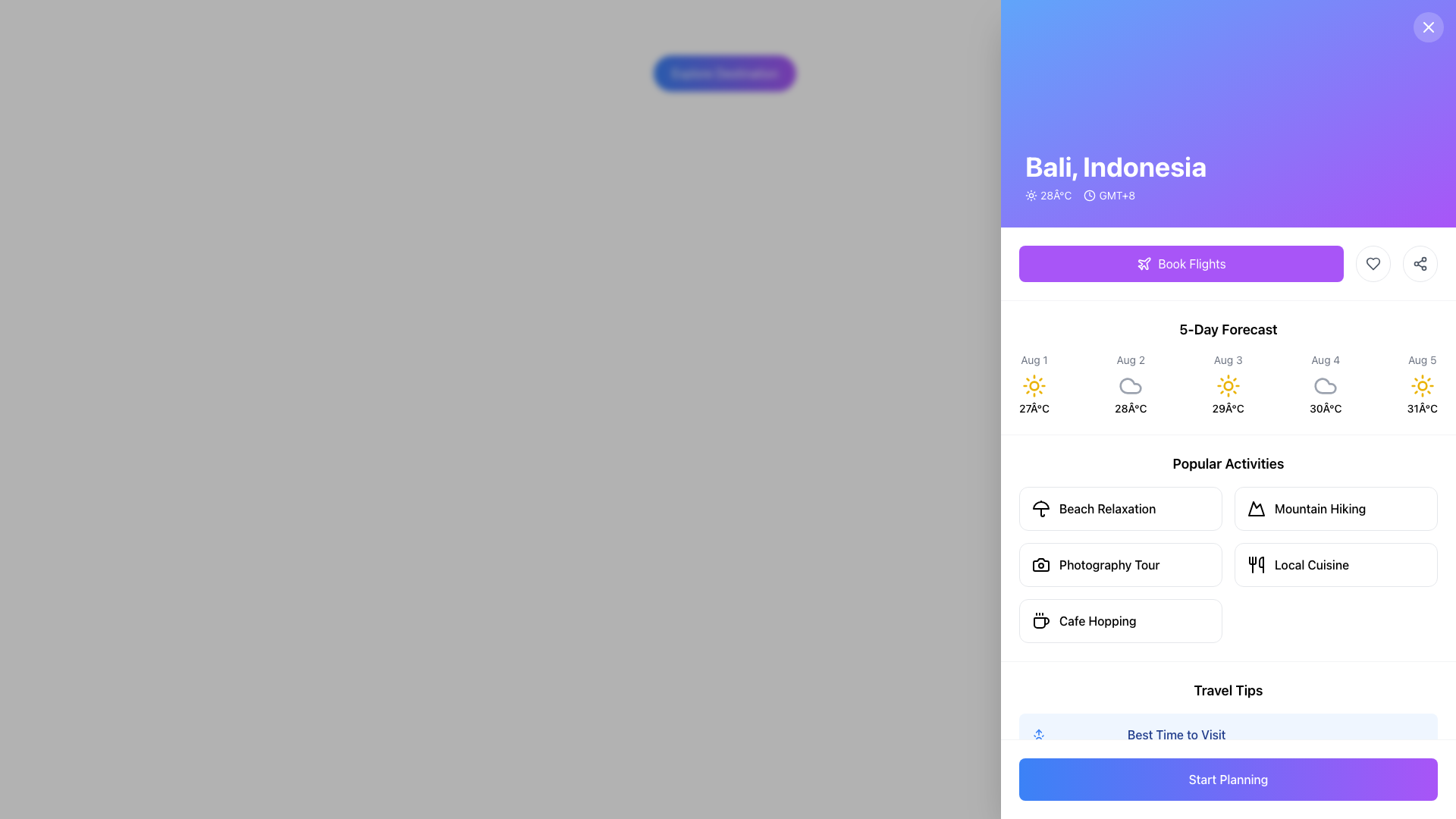  Describe the element at coordinates (1427, 27) in the screenshot. I see `the close button located in the top-right corner of the header, adjacent to the title 'Bali, Indonesia'` at that location.